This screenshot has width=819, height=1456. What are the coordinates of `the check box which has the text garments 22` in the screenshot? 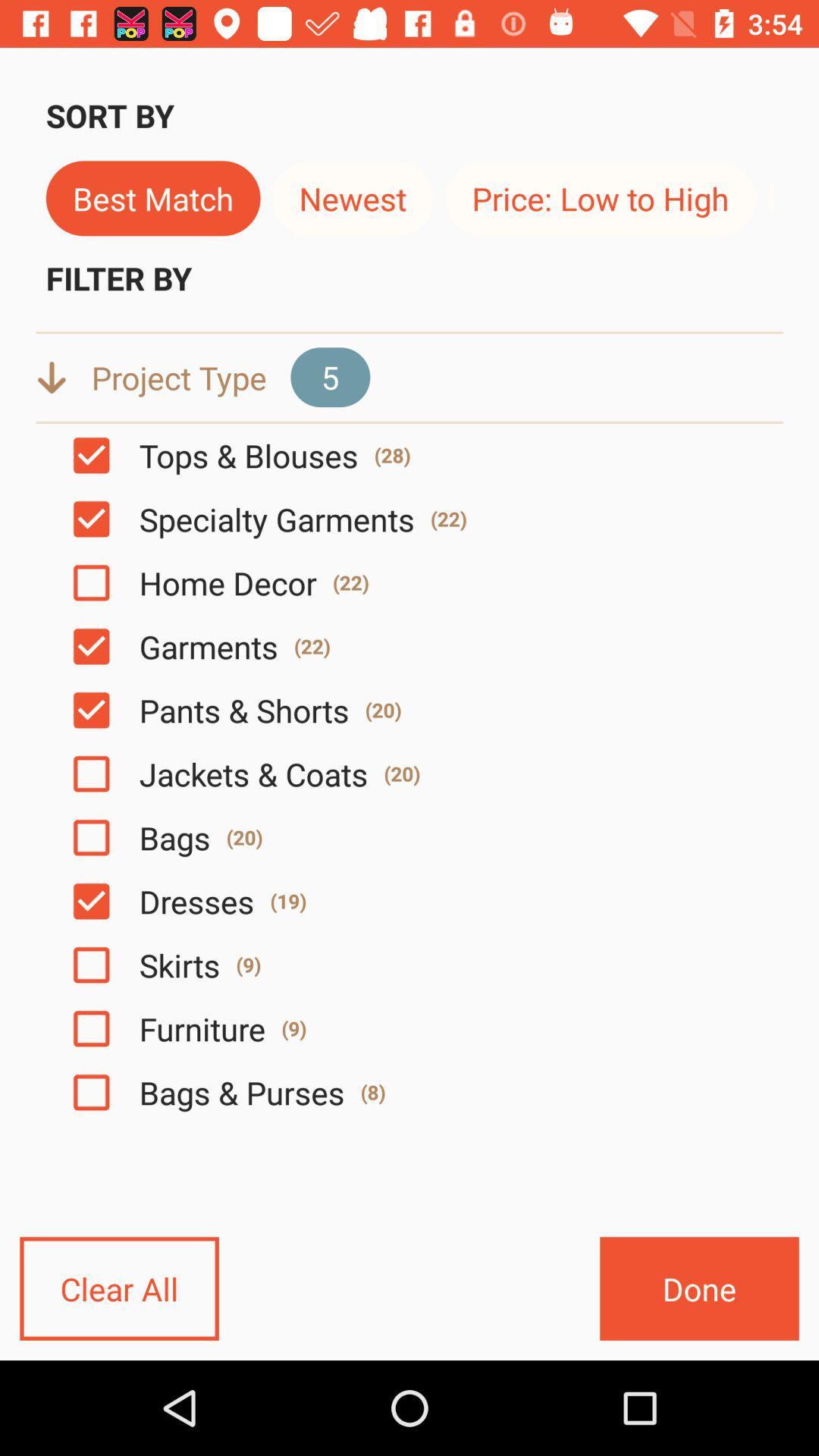 It's located at (91, 647).